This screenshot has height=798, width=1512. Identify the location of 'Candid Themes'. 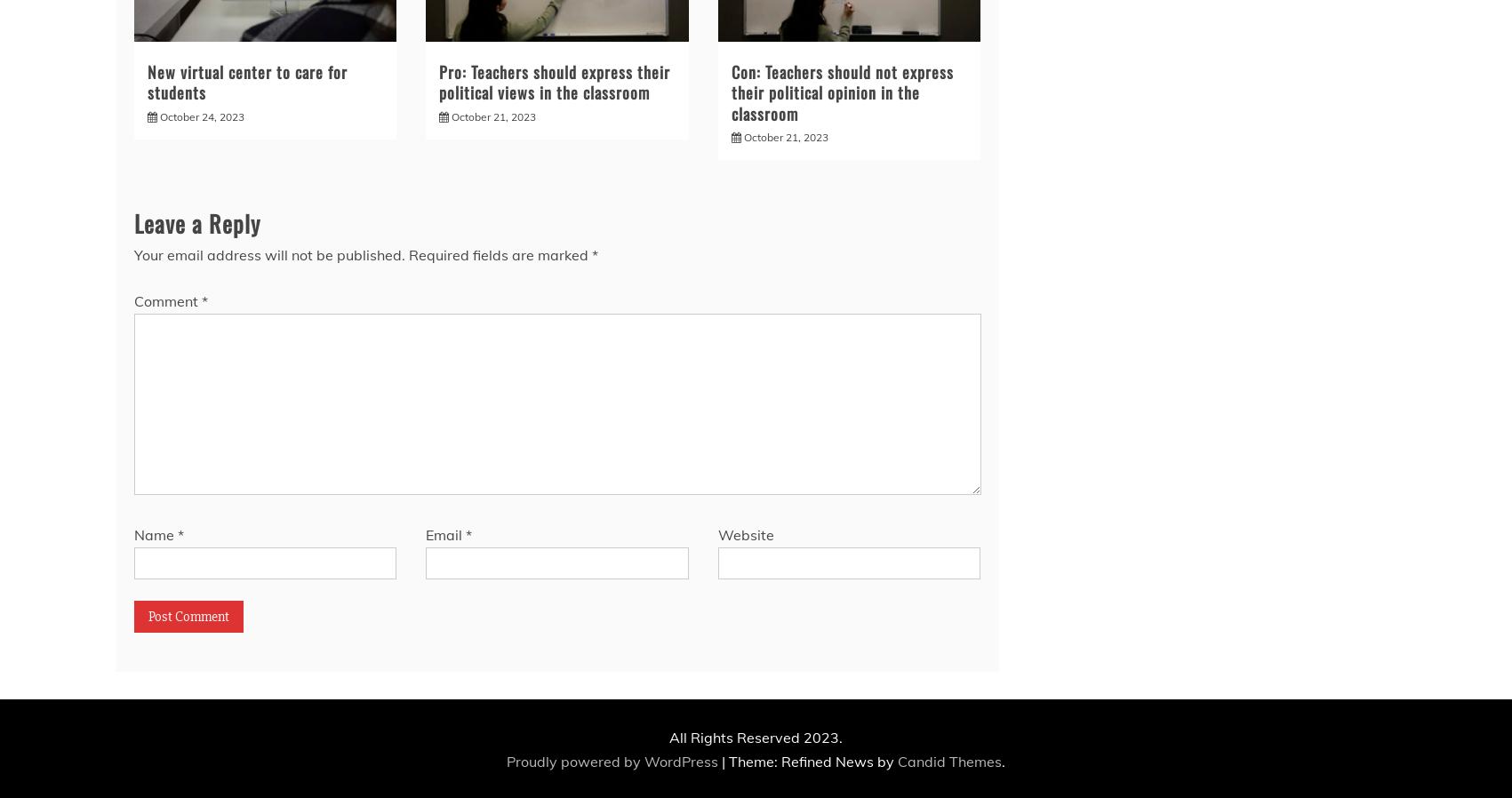
(898, 761).